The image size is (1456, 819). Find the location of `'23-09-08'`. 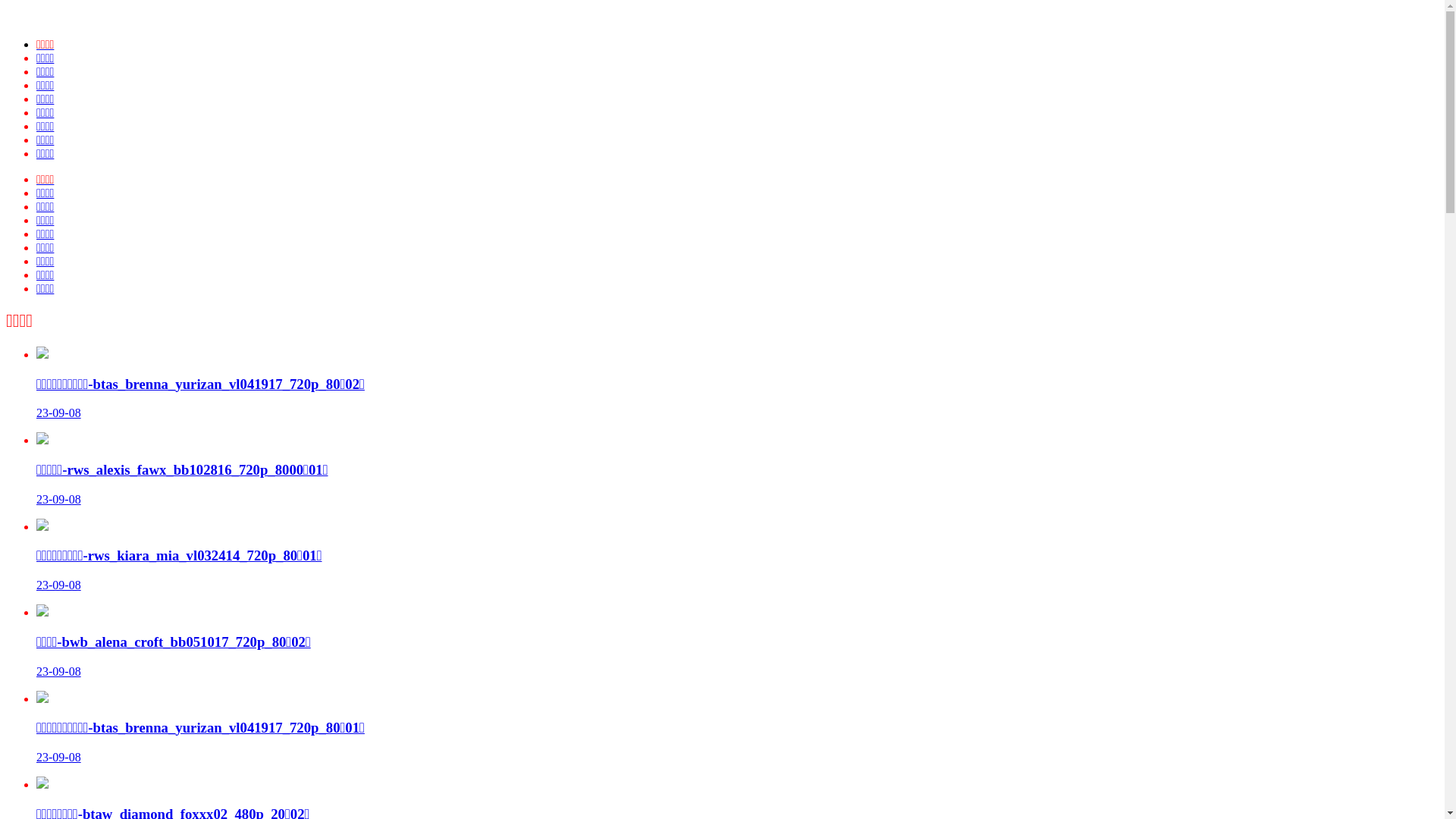

'23-09-08' is located at coordinates (58, 670).